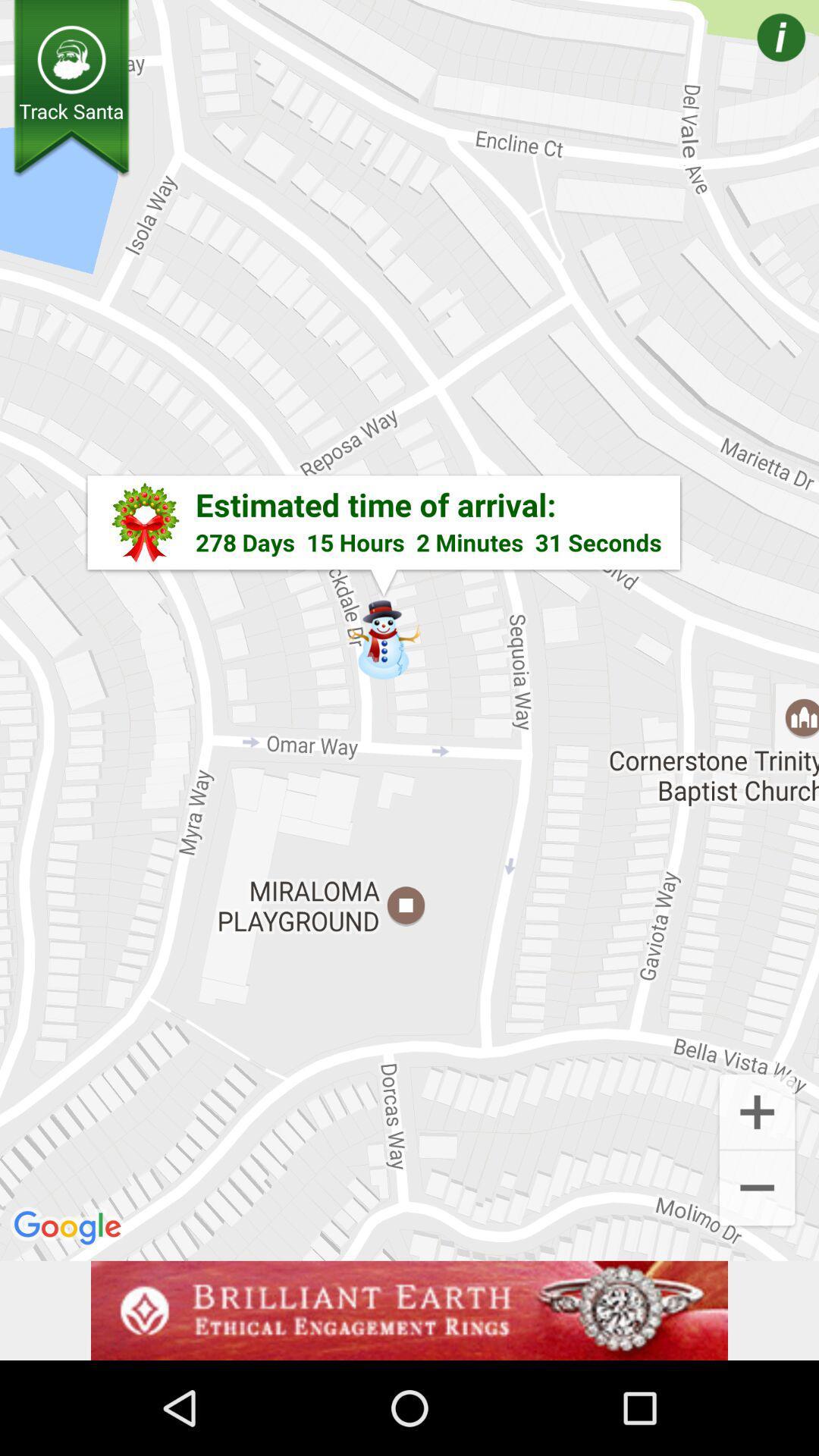  Describe the element at coordinates (409, 1310) in the screenshot. I see `advertisement page` at that location.